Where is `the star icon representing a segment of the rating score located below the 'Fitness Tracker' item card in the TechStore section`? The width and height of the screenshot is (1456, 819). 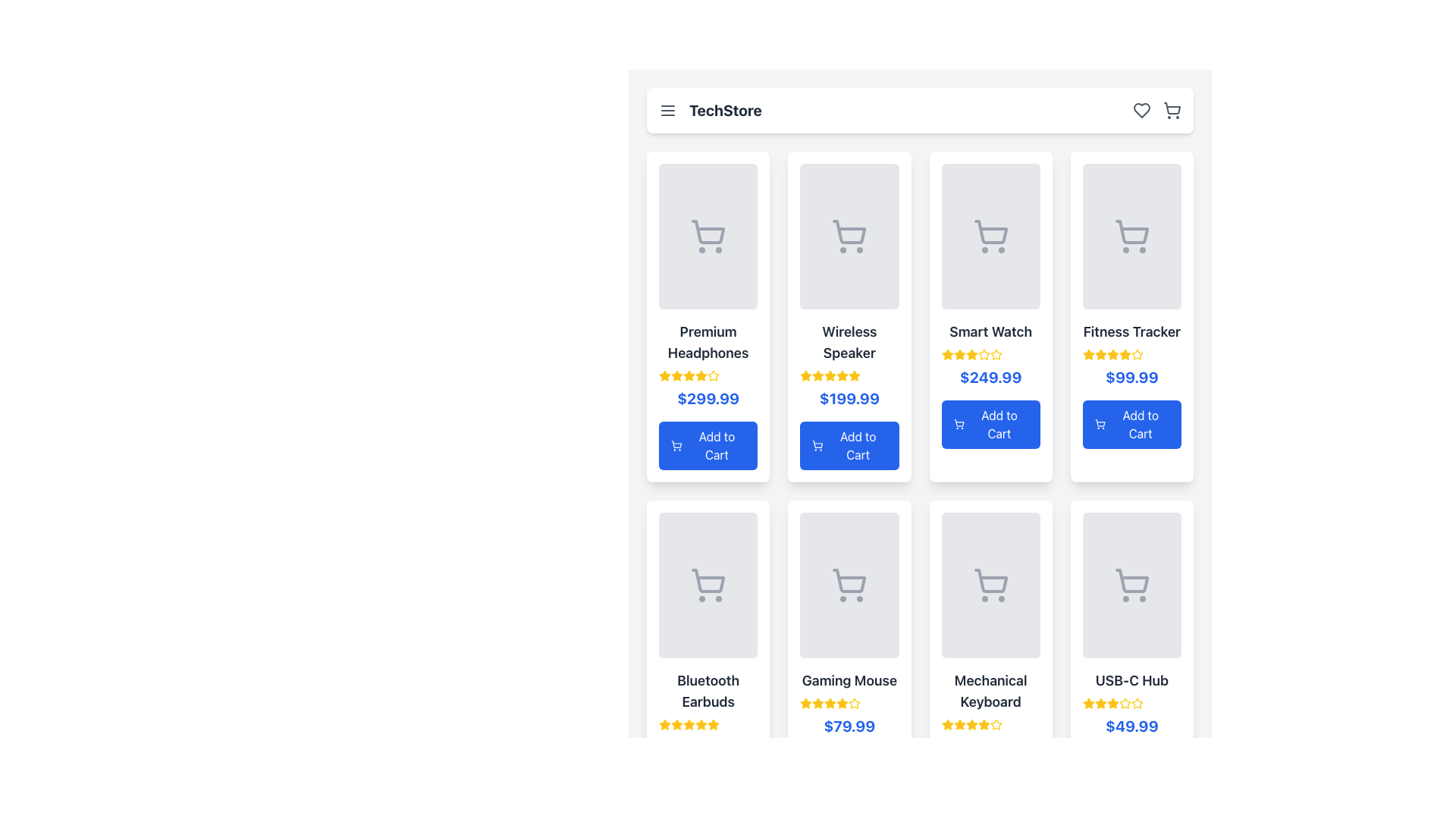
the star icon representing a segment of the rating score located below the 'Fitness Tracker' item card in the TechStore section is located at coordinates (1112, 354).